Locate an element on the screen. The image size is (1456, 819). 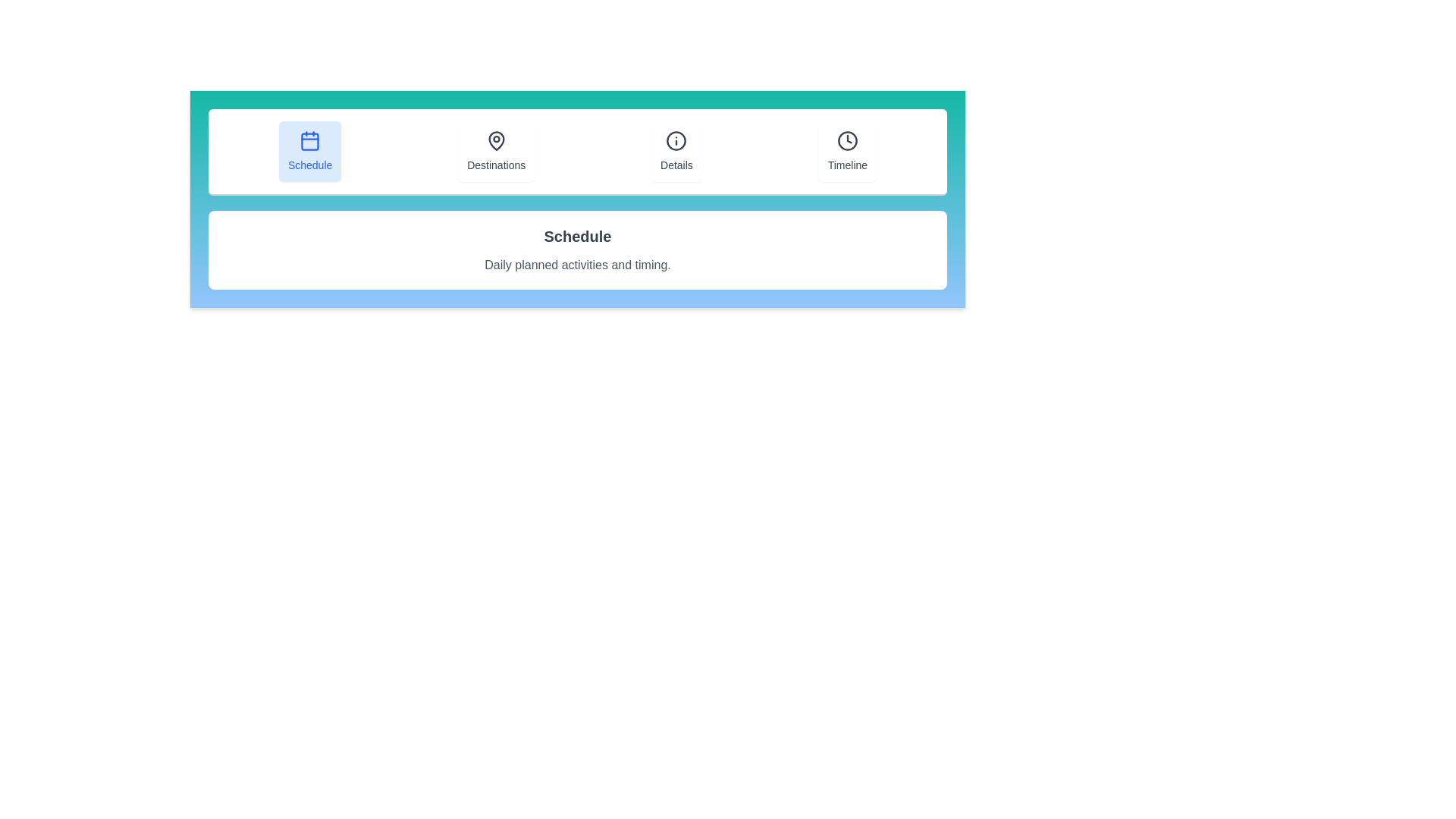
the tab labeled Destinations is located at coordinates (495, 152).